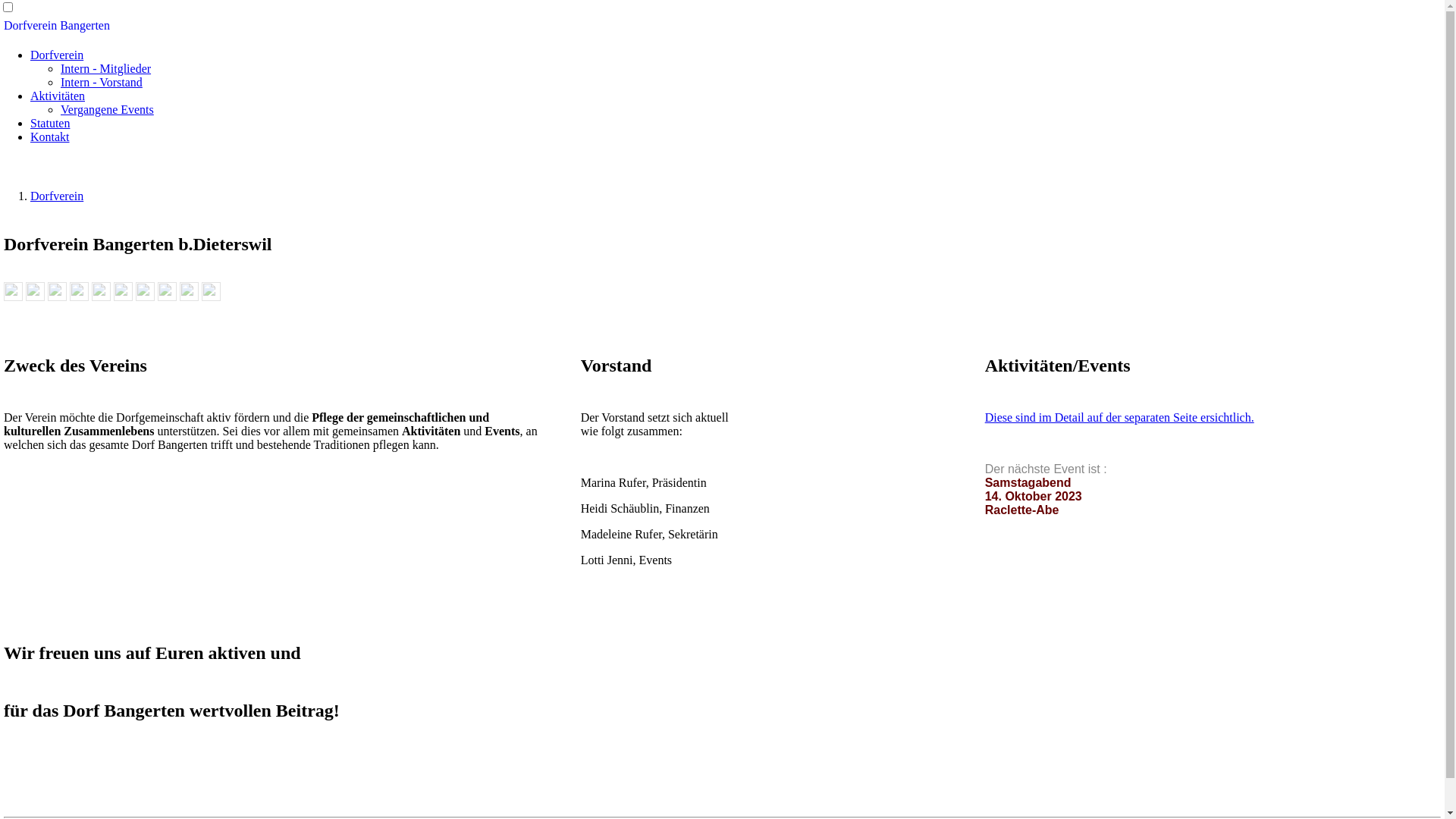 The height and width of the screenshot is (819, 1456). I want to click on 'Vergangene Events', so click(61, 108).